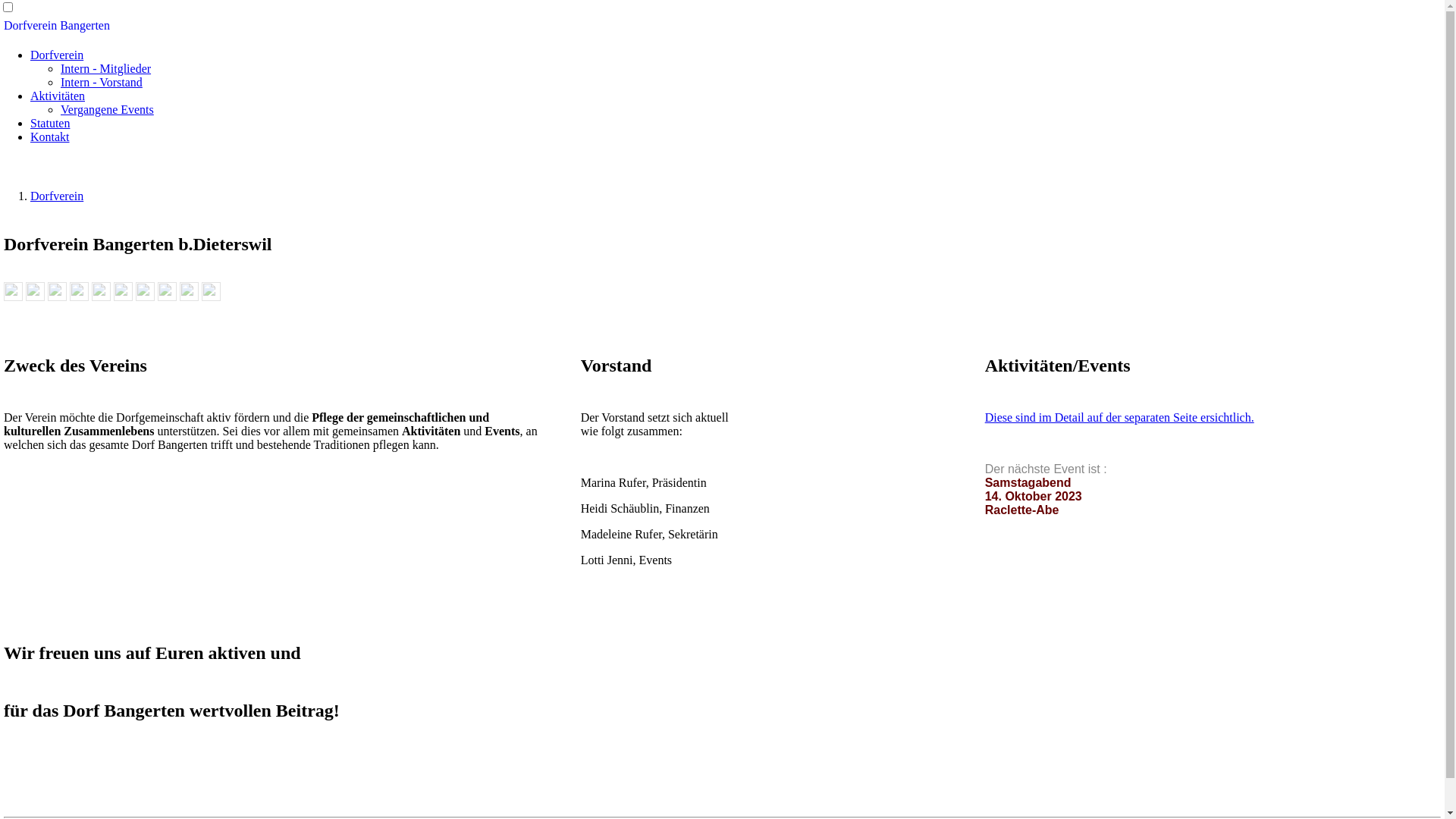 The height and width of the screenshot is (819, 1456). I want to click on 'Vergangene Events', so click(61, 108).